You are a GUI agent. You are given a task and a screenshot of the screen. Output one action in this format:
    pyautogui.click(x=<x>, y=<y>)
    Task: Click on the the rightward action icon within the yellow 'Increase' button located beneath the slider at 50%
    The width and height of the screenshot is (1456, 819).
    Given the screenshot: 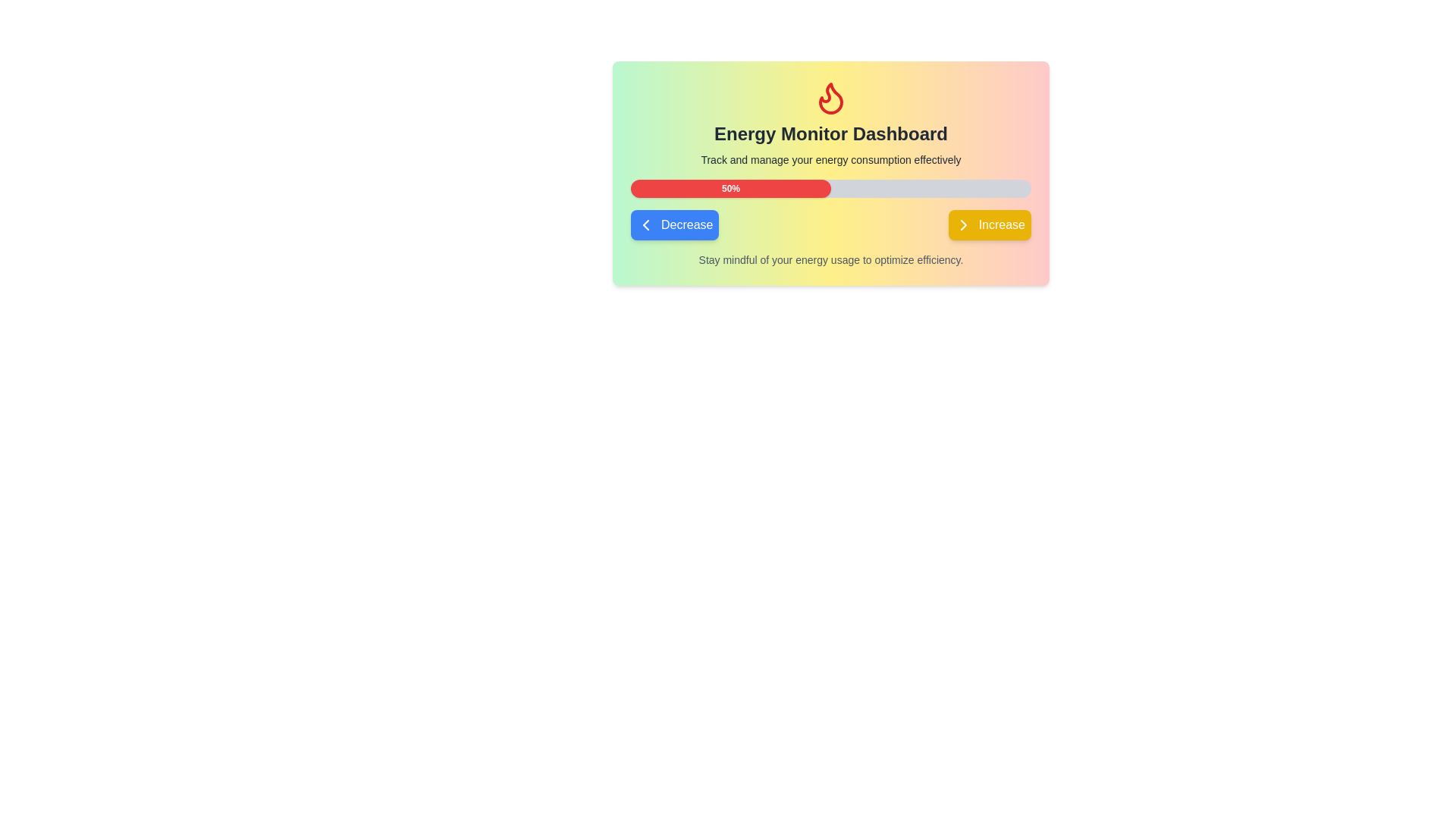 What is the action you would take?
    pyautogui.click(x=962, y=225)
    